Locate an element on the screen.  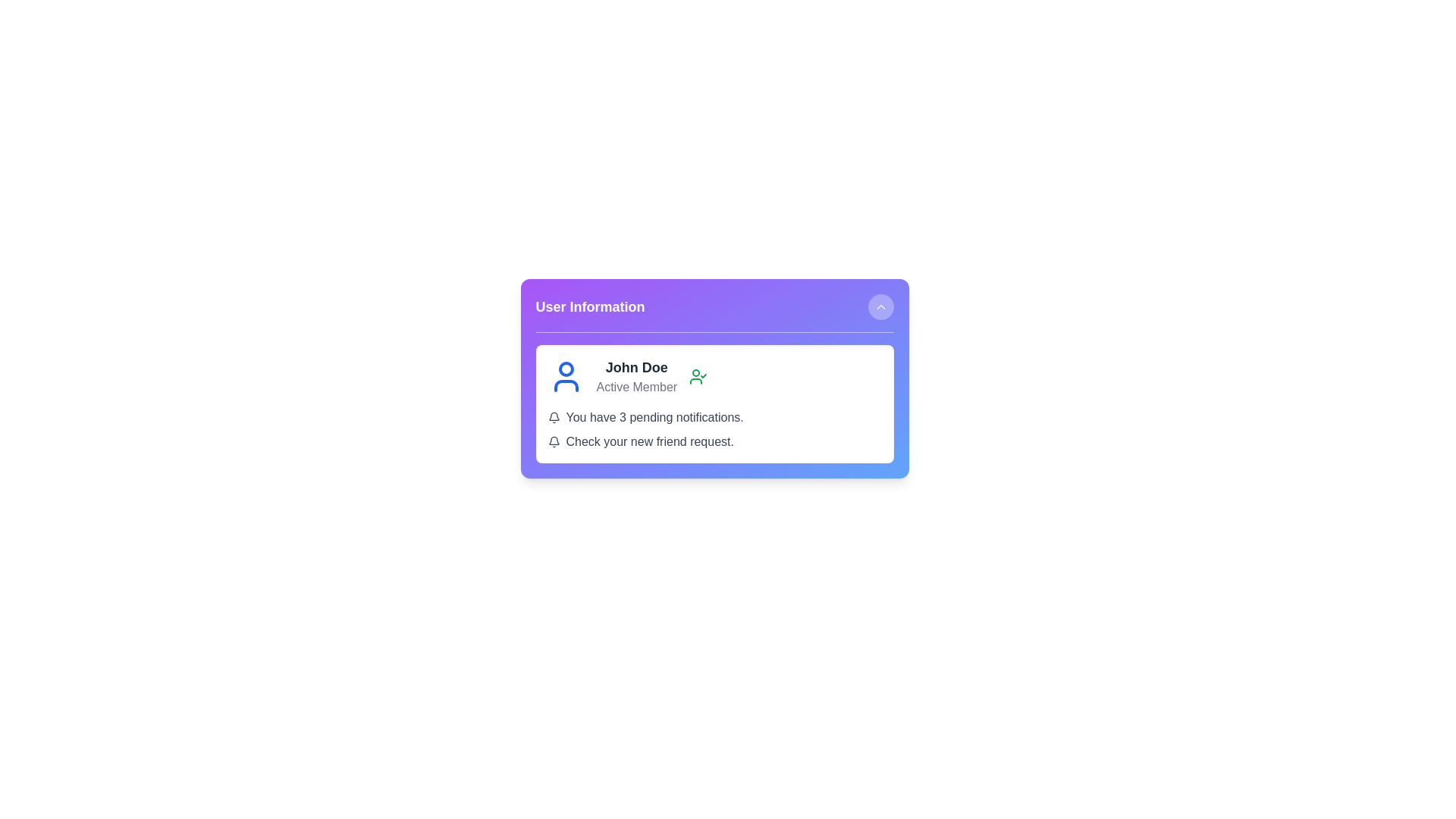
the 'Active Member' text label, which is styled in a smaller gray font and positioned below the name 'John Doe' within the user profile card is located at coordinates (636, 386).